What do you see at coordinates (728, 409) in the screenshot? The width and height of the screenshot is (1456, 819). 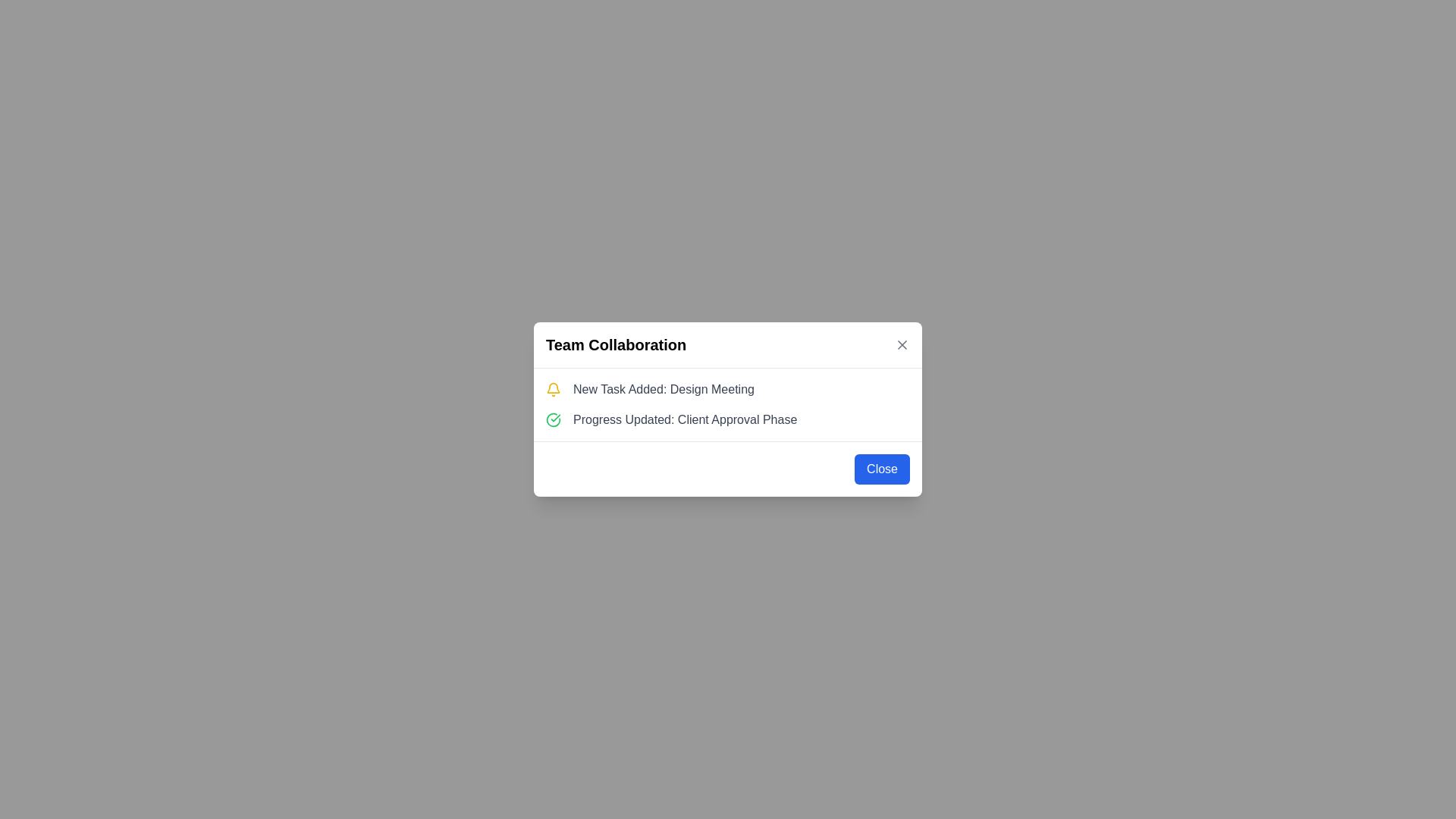 I see `the modal dialog box to interact with its nested elements, including notification messages and the close button` at bounding box center [728, 409].